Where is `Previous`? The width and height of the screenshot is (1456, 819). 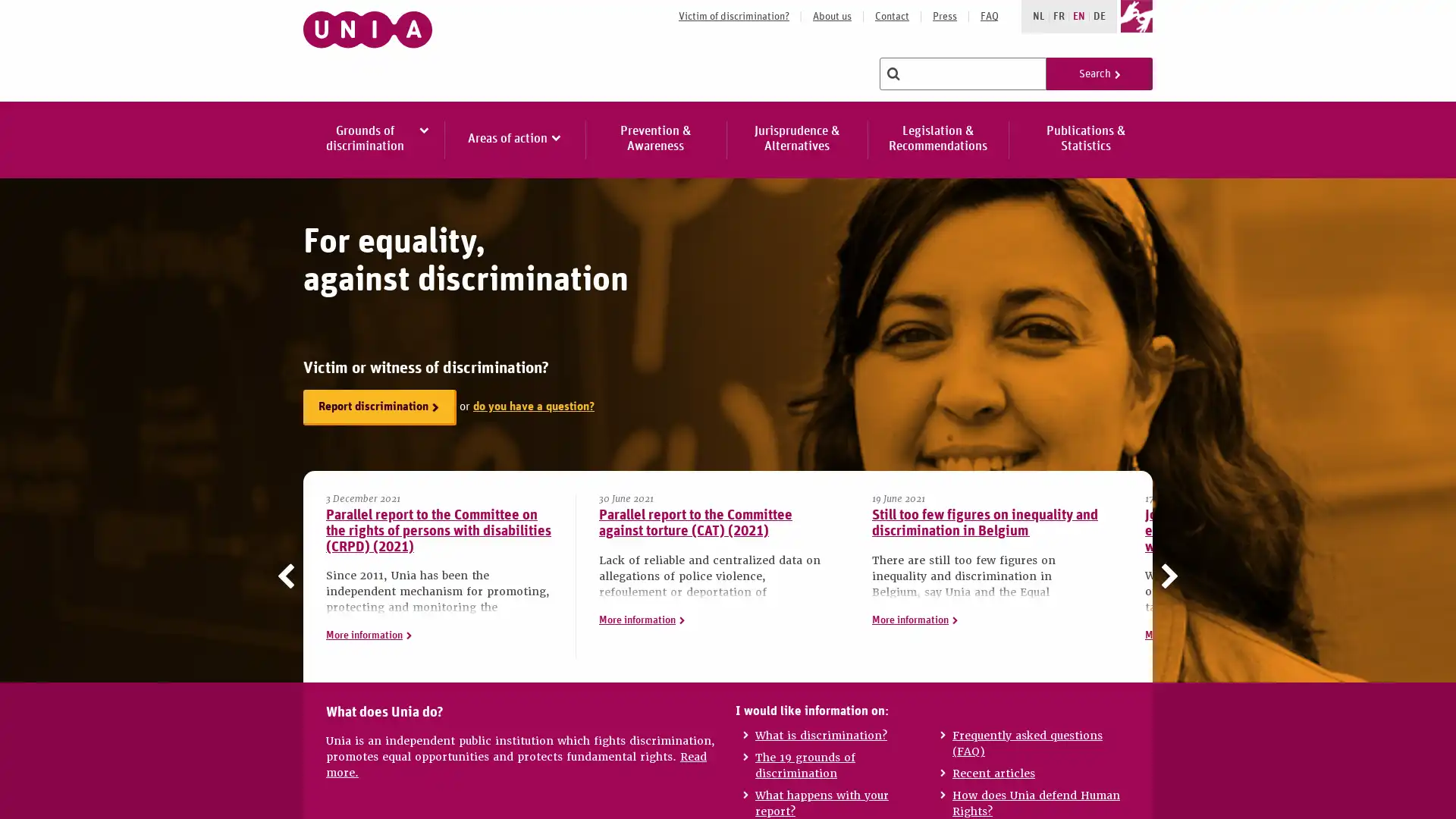
Previous is located at coordinates (290, 576).